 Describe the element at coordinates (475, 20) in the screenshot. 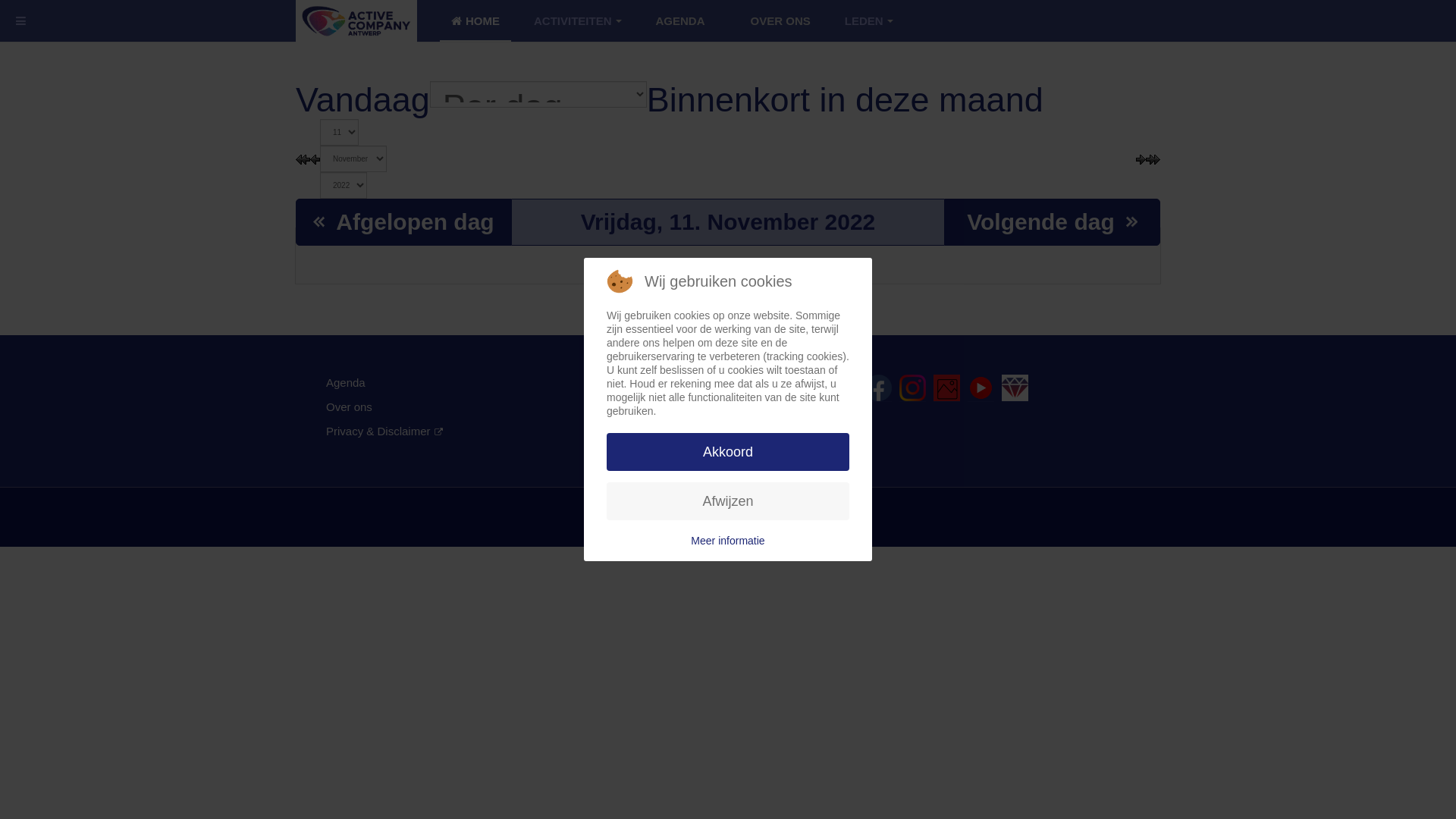

I see `'HOME'` at that location.